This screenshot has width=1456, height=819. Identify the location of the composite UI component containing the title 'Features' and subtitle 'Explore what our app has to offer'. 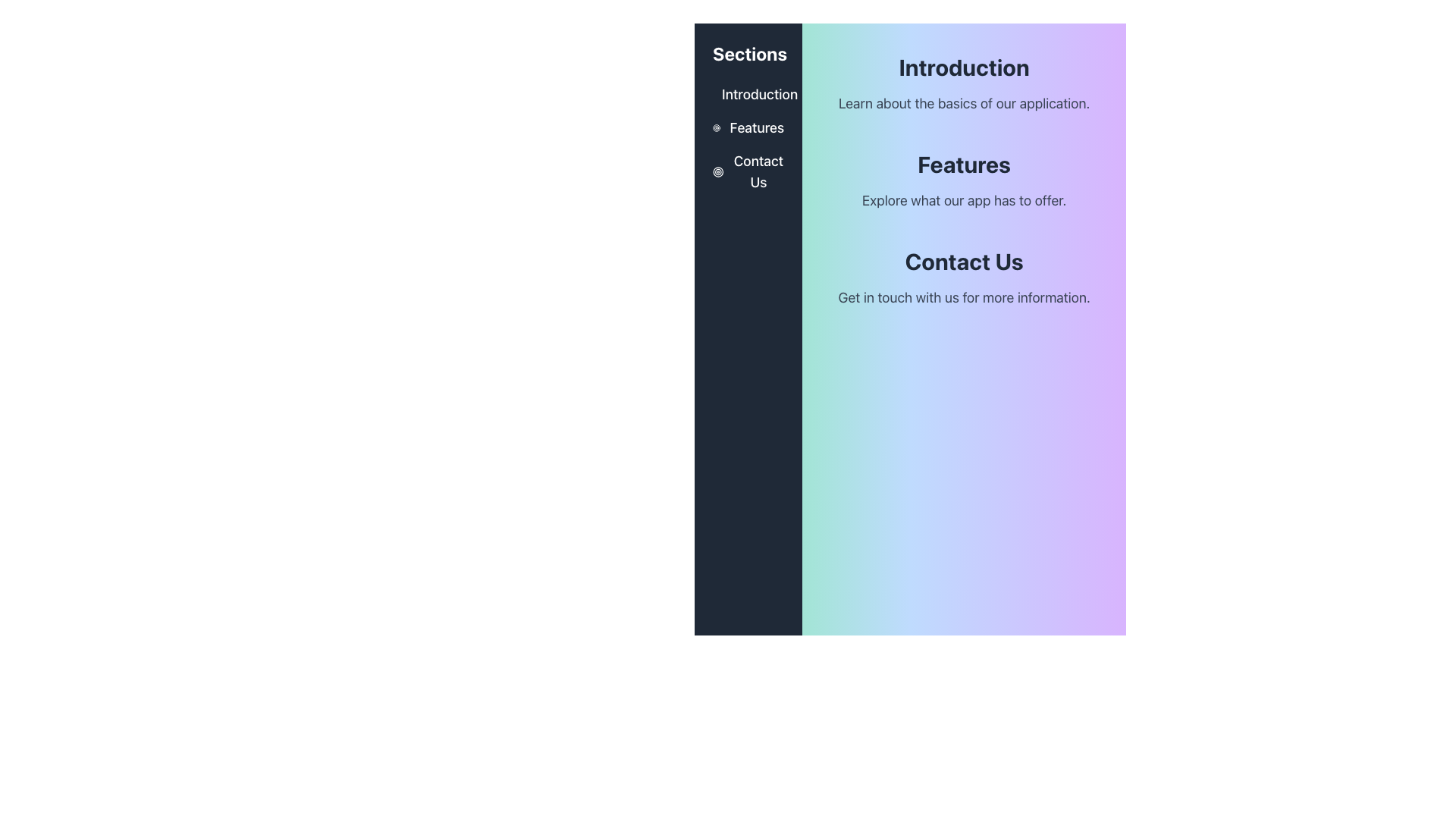
(963, 180).